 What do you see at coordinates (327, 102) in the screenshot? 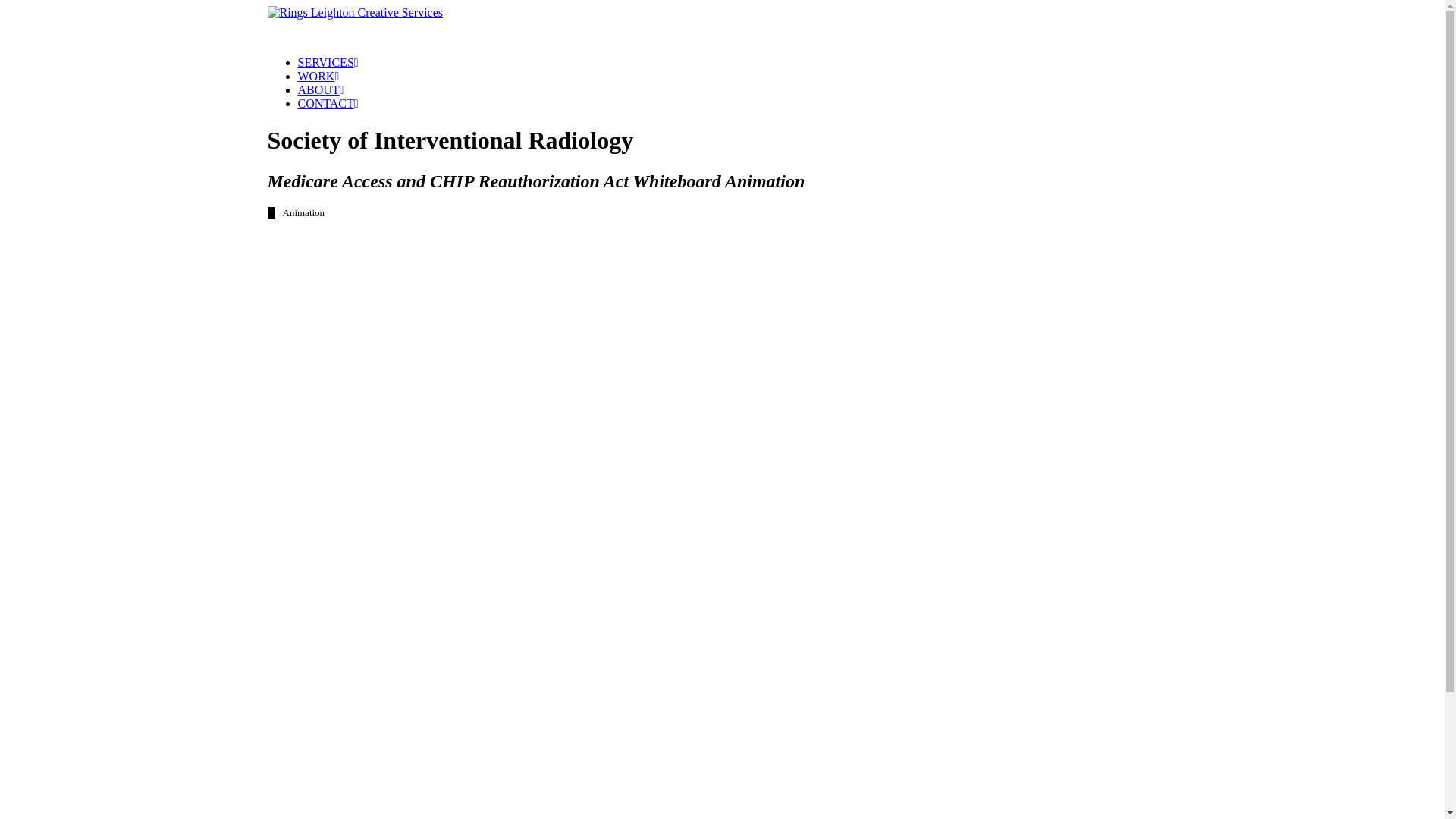
I see `'CONTACT'` at bounding box center [327, 102].